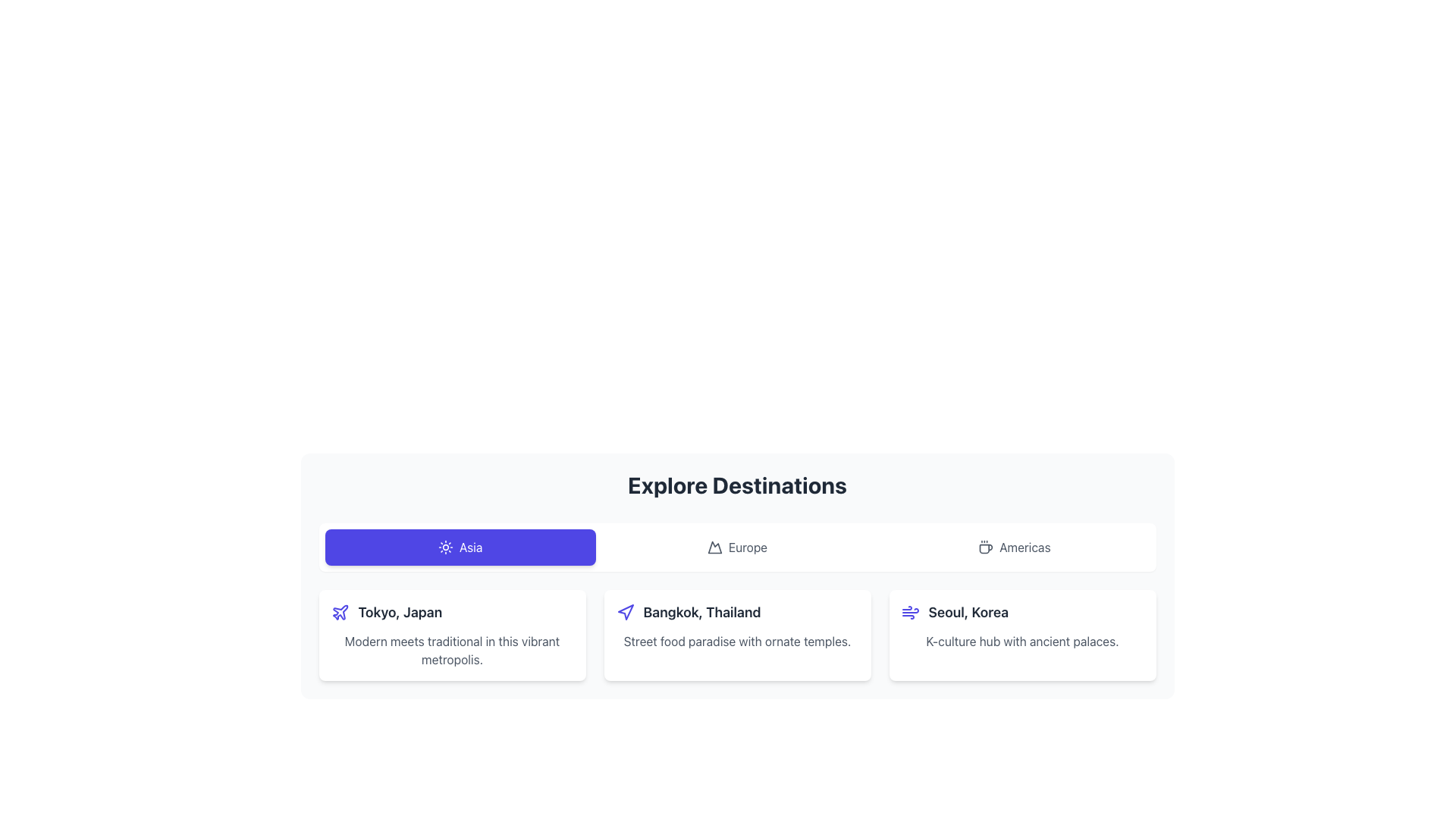 The width and height of the screenshot is (1456, 819). What do you see at coordinates (737, 547) in the screenshot?
I see `the 'Europe' button, which is a rectangular button with a white background and a mountain icon` at bounding box center [737, 547].